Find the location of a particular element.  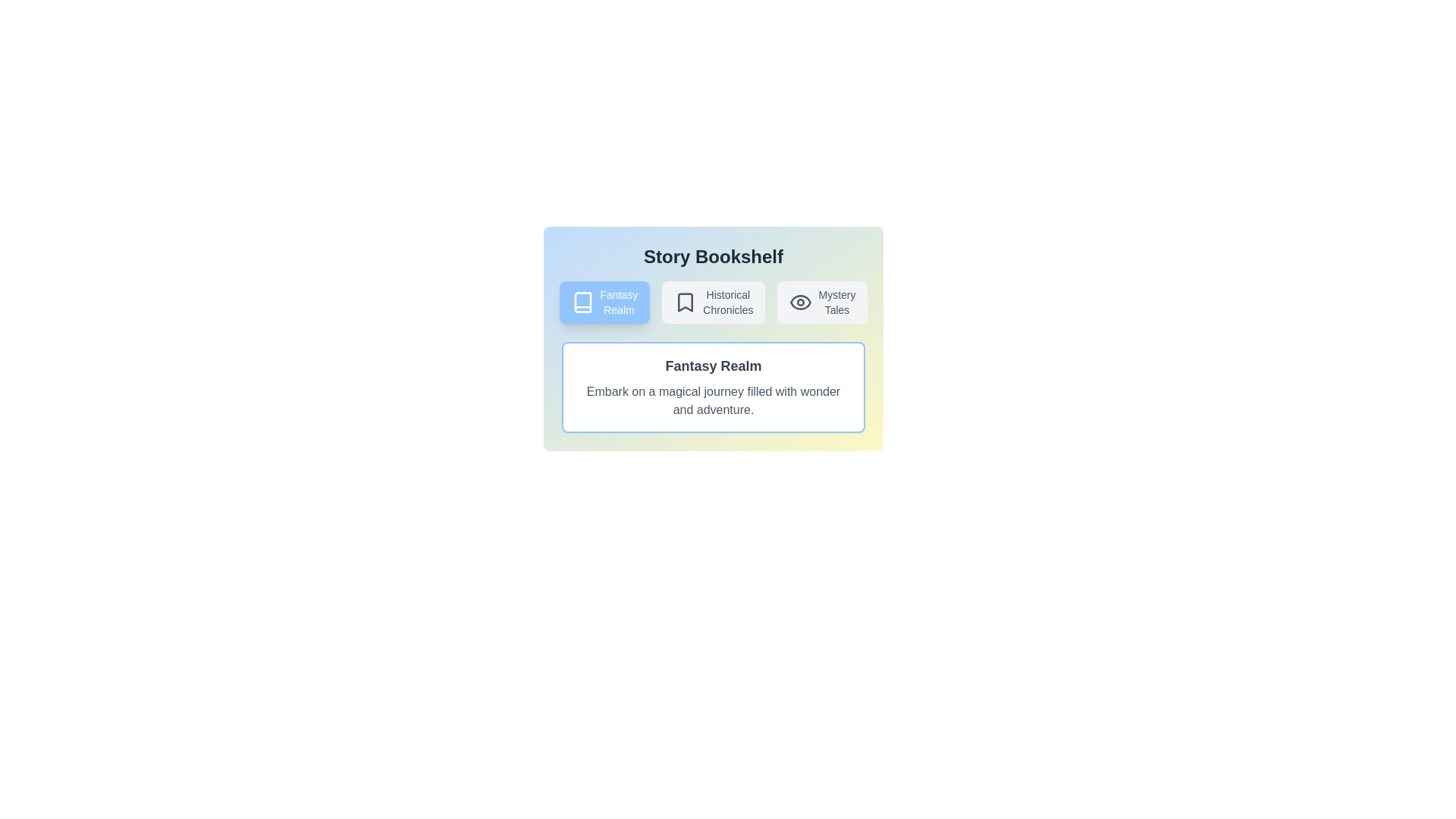

the story tab labeled Historical Chronicles to view its details is located at coordinates (712, 302).